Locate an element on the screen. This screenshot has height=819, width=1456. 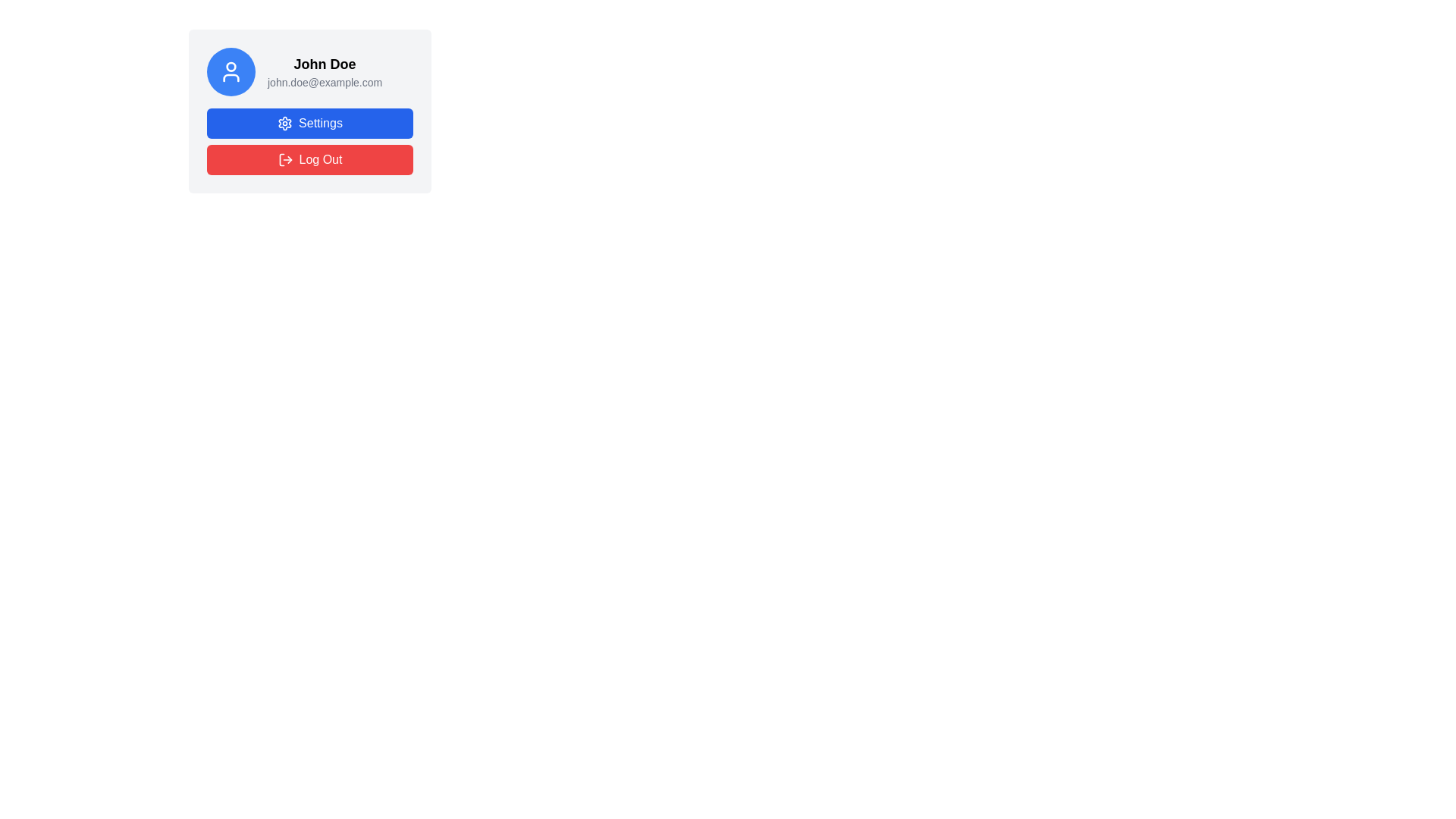
the text label inside the top button, which is located below the user's name and above the 'Log Out' button is located at coordinates (319, 122).